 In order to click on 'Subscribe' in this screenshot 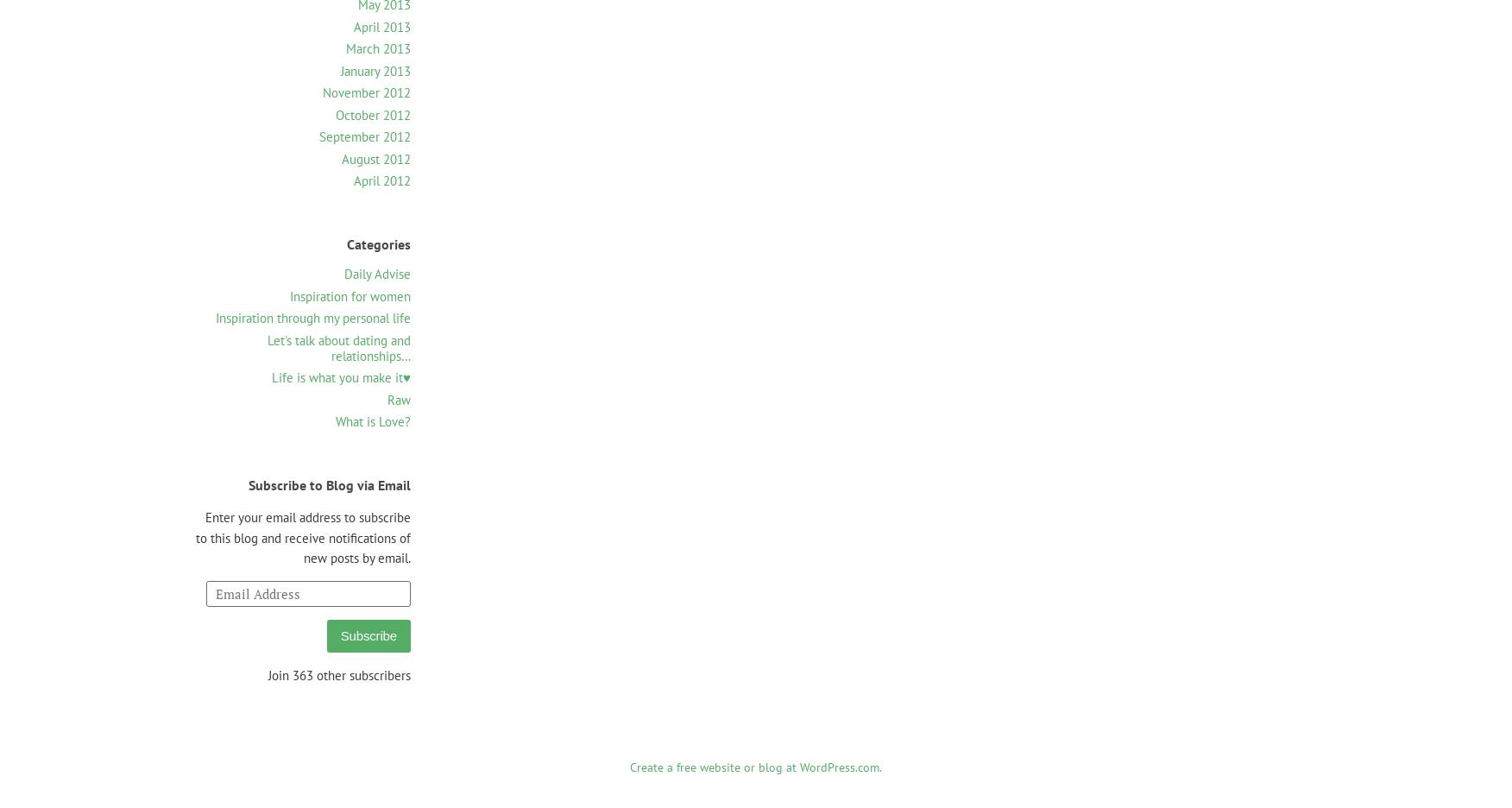, I will do `click(367, 634)`.